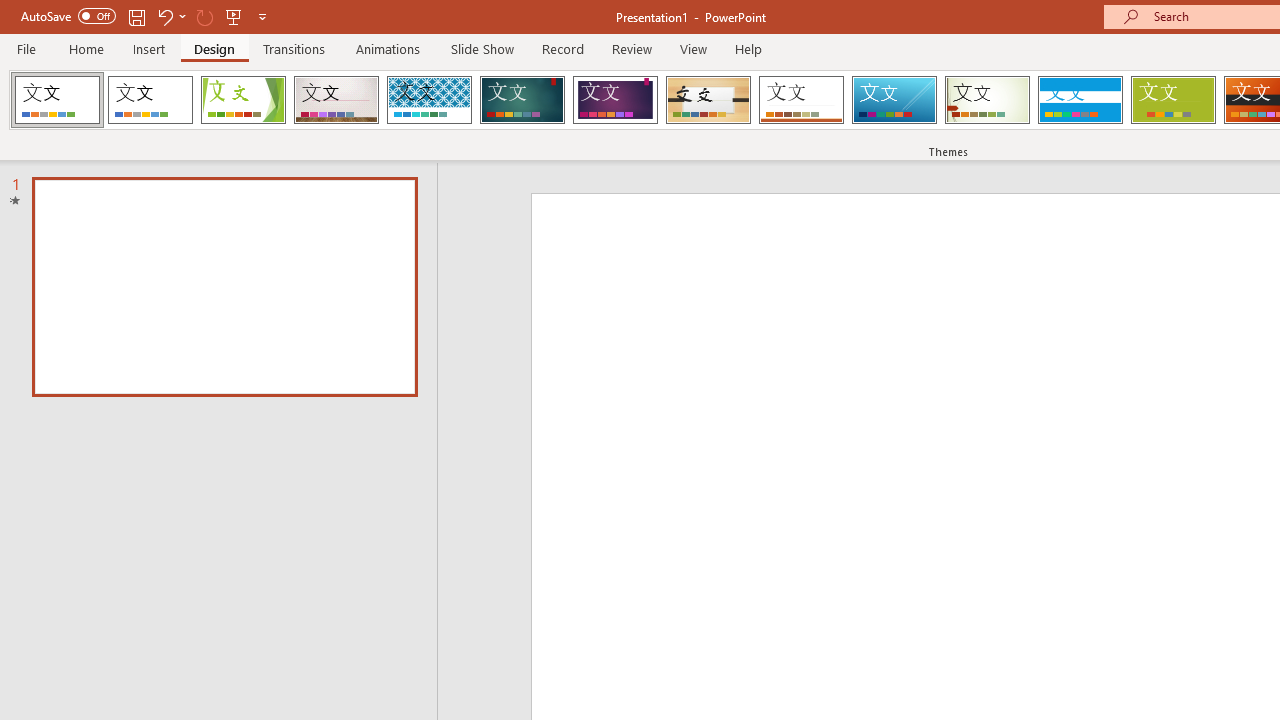 The image size is (1280, 720). Describe the element at coordinates (708, 100) in the screenshot. I see `'Organic Loading Preview...'` at that location.